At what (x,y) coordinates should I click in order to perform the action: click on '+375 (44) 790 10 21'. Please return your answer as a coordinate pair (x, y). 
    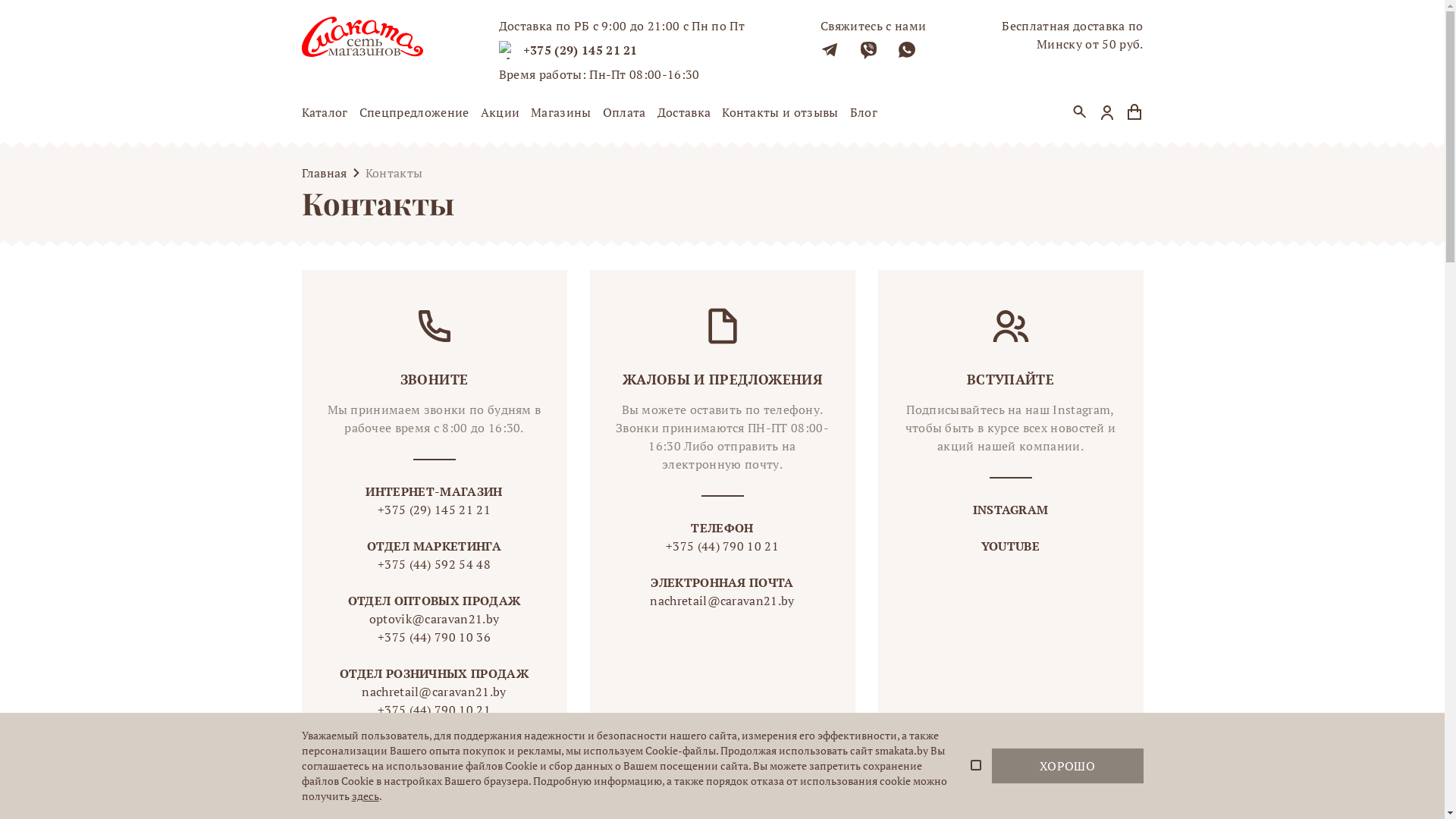
    Looking at the image, I should click on (720, 546).